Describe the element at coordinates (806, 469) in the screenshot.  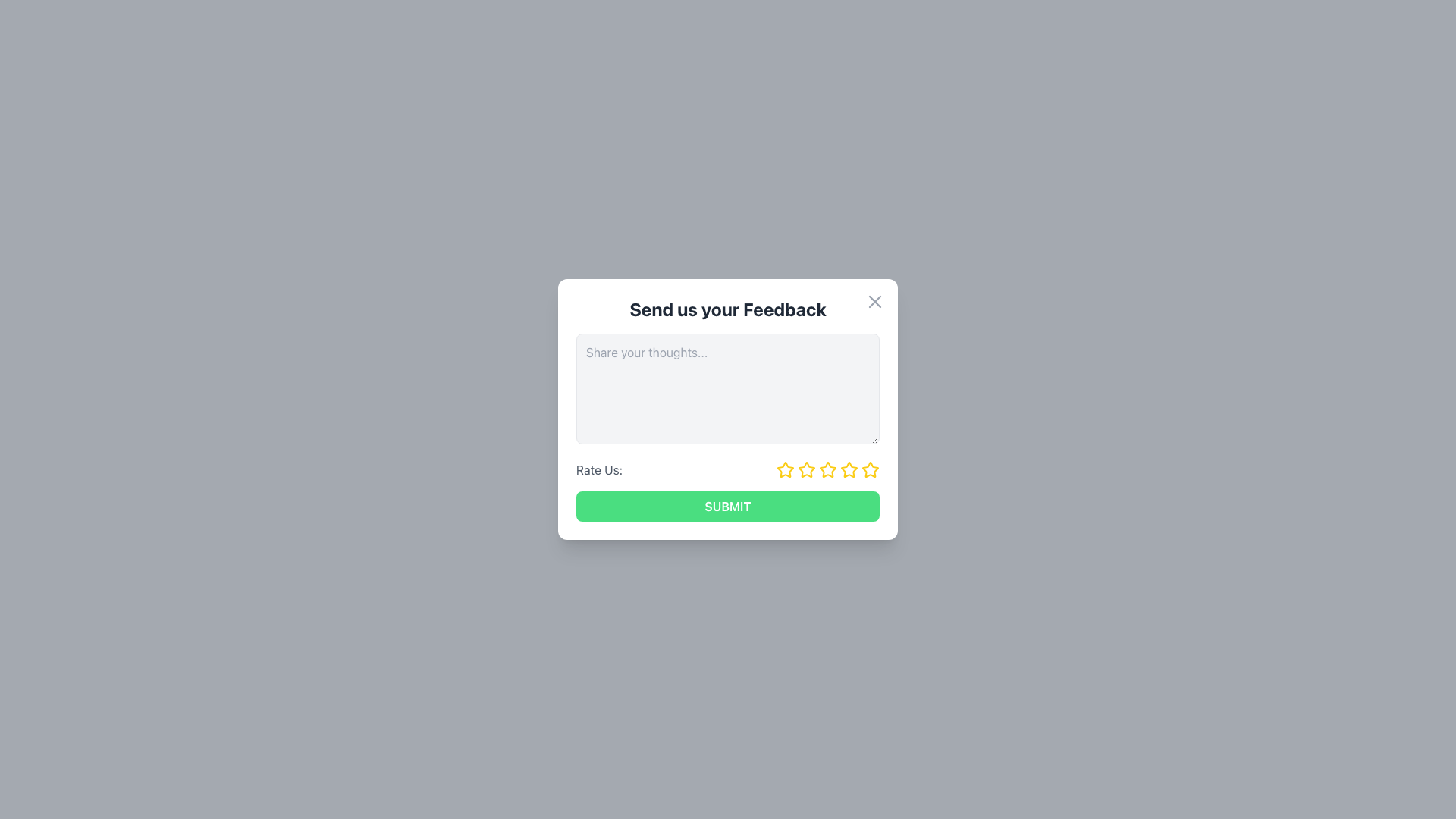
I see `the third star icon from the left` at that location.